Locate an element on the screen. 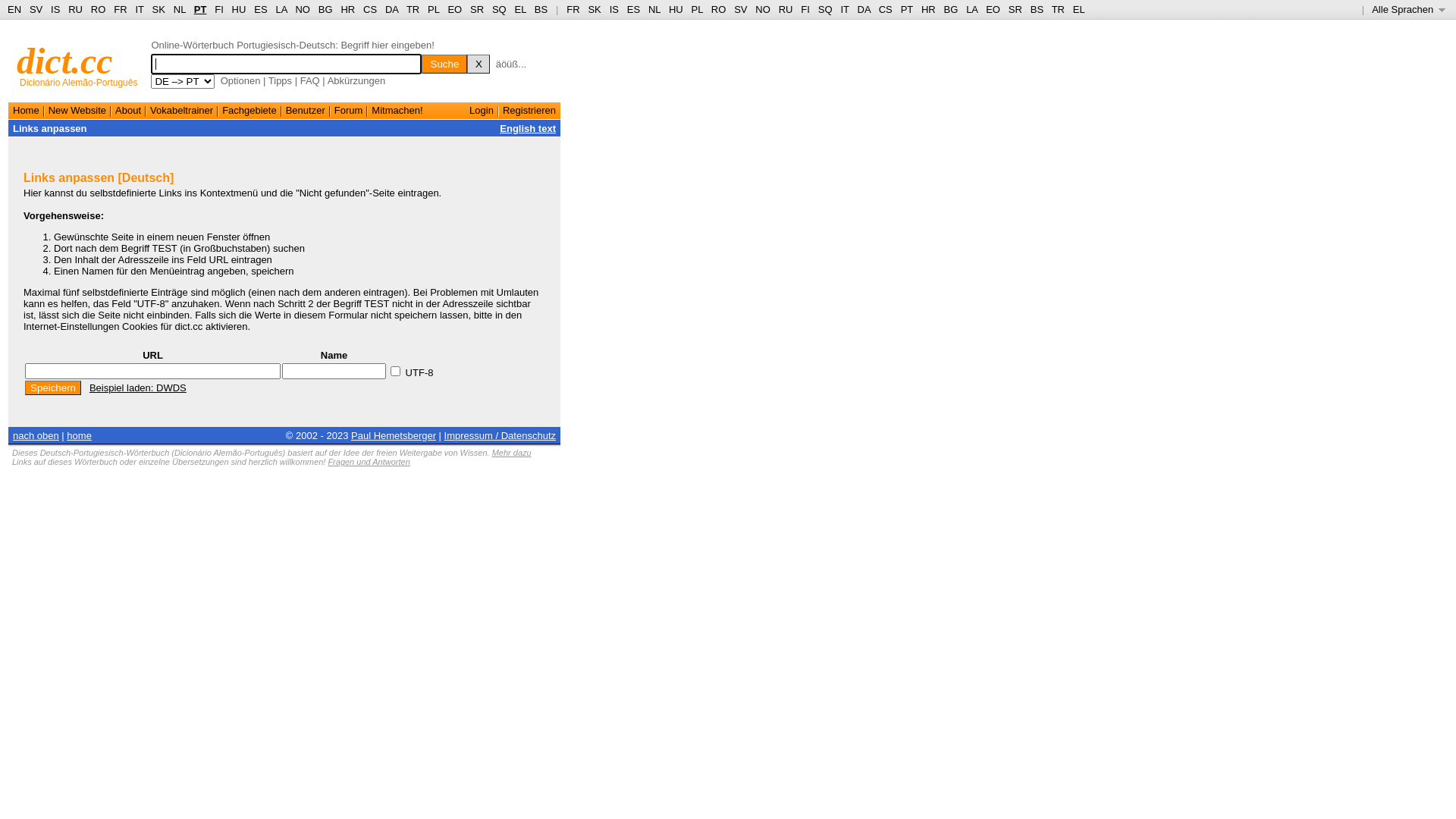 The image size is (1456, 819). 'dict.cc' is located at coordinates (17, 60).